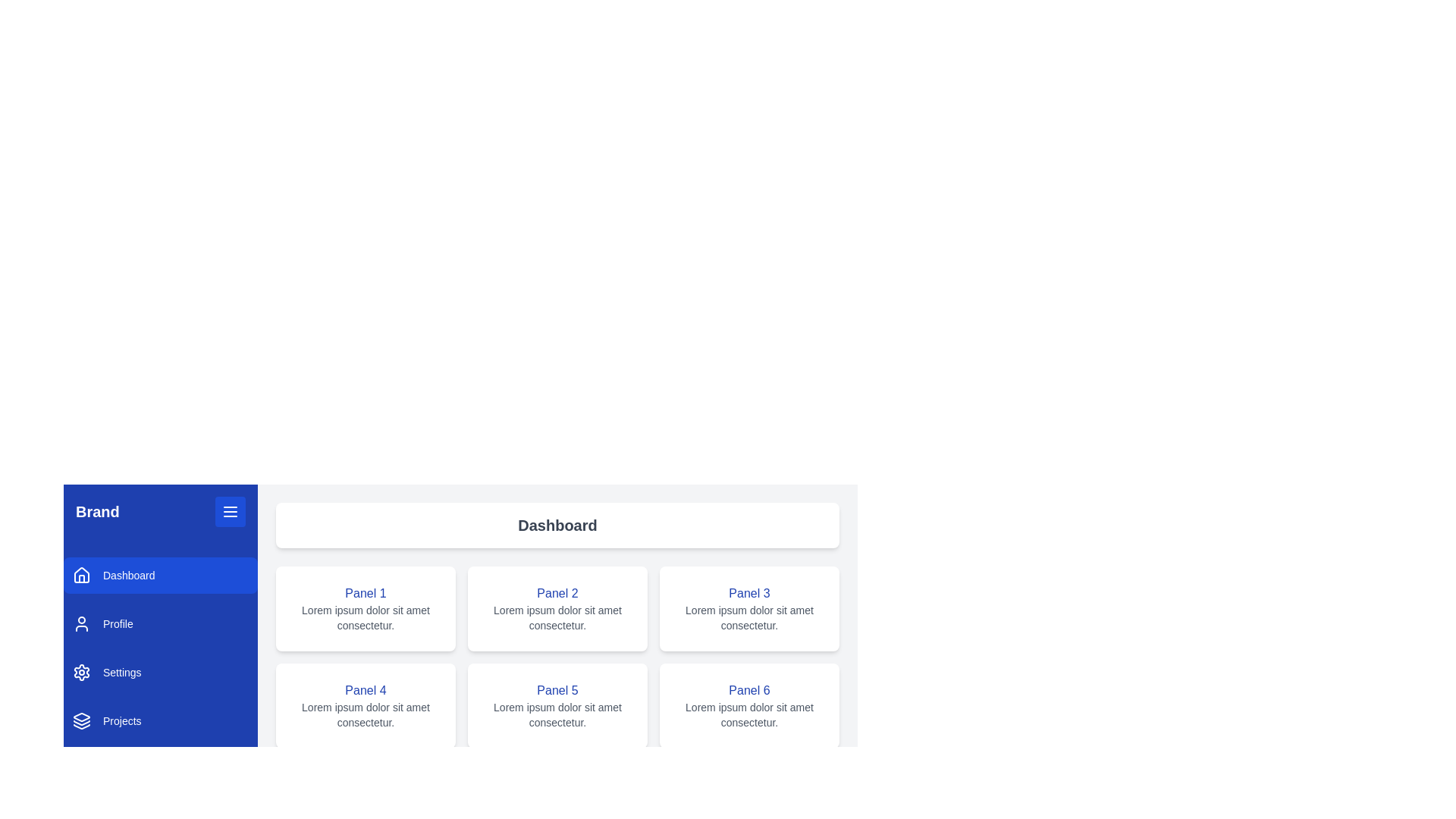 The height and width of the screenshot is (819, 1456). What do you see at coordinates (557, 690) in the screenshot?
I see `text label 'Panel 5' which is displayed in medium-sized, bold blue text on a white background and is located within the bottom middle card of the Dashboard interface` at bounding box center [557, 690].